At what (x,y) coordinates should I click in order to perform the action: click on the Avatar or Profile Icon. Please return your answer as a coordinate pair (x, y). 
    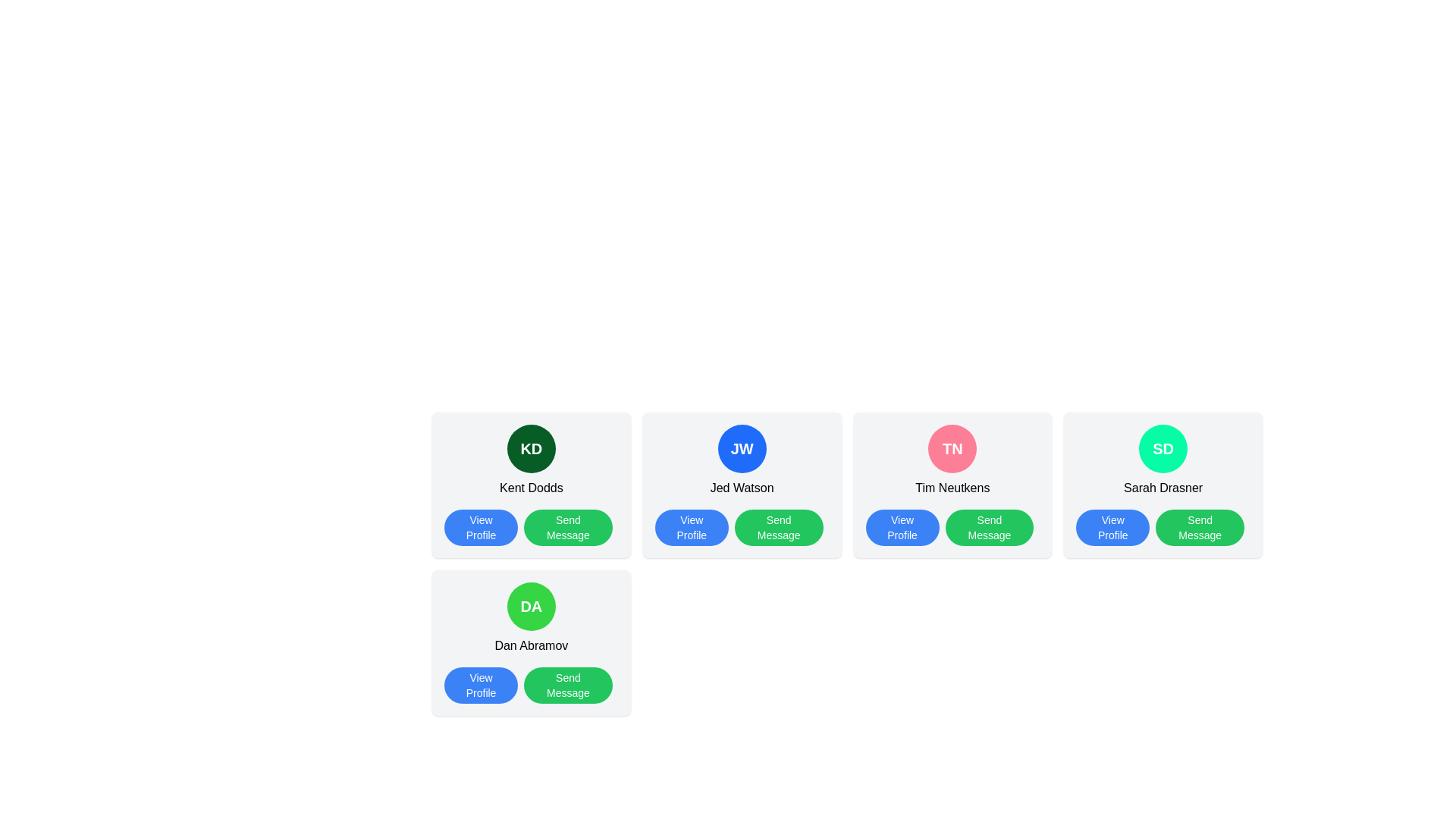
    Looking at the image, I should click on (952, 447).